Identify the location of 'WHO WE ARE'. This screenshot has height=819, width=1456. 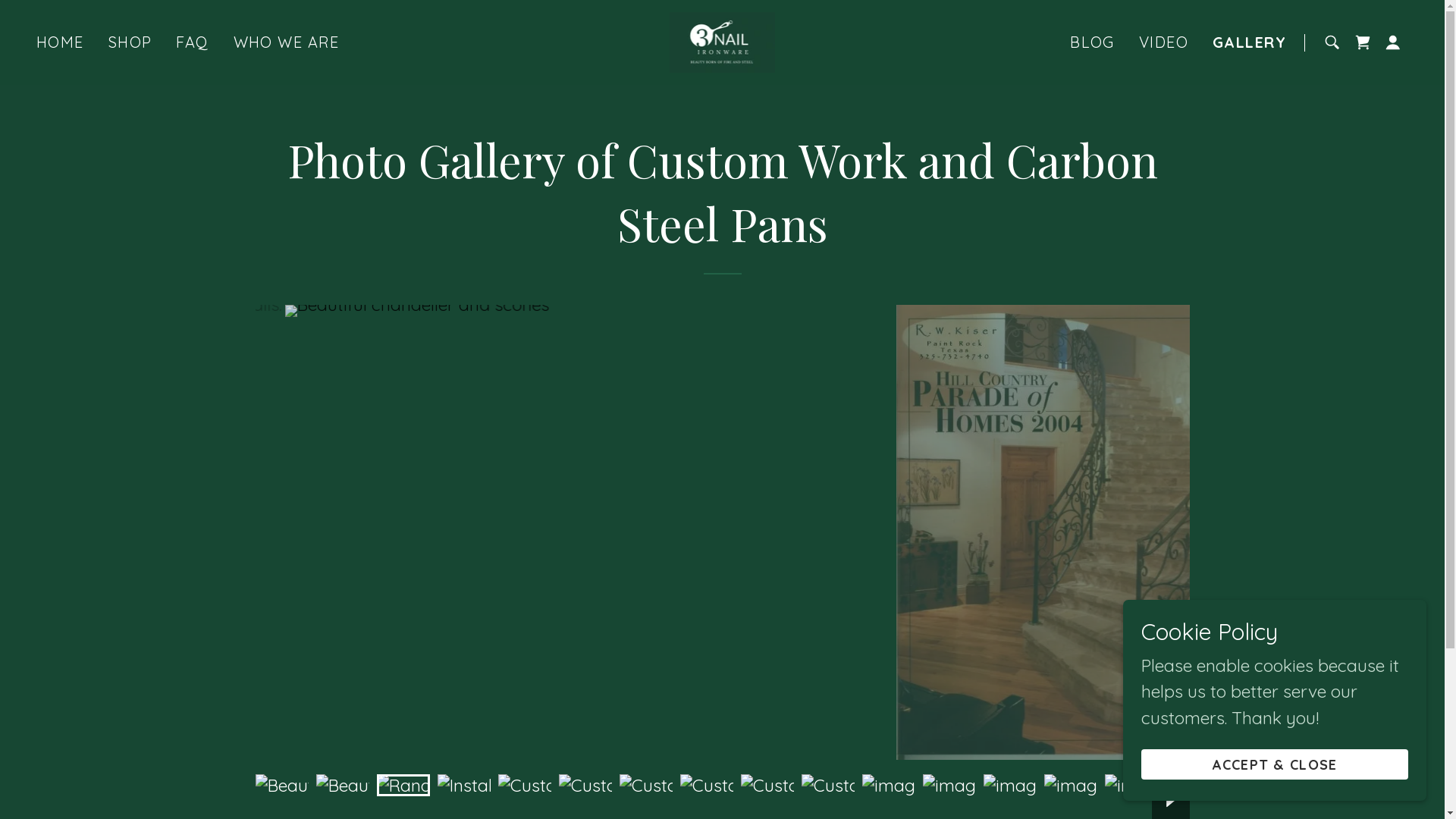
(287, 42).